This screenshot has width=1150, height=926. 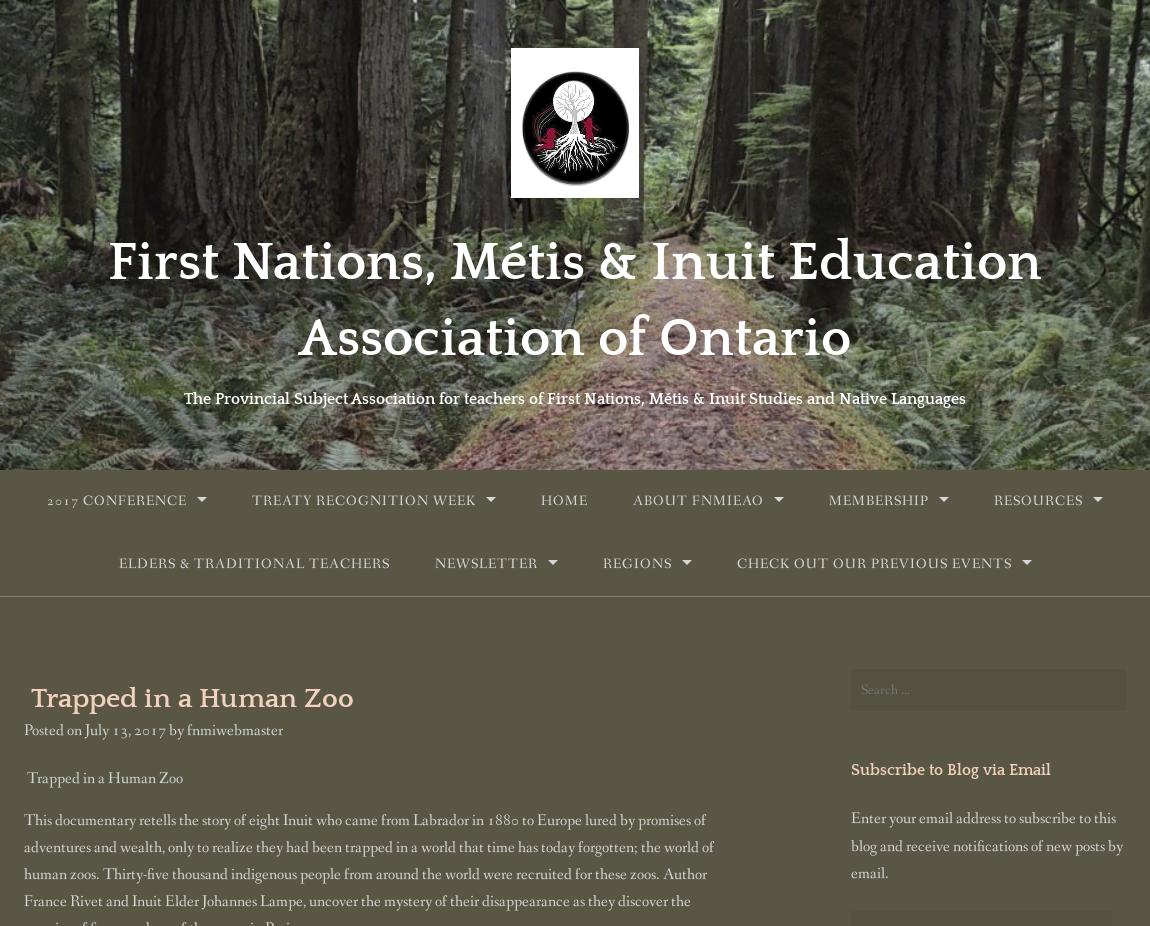 I want to click on 'Posted on', so click(x=53, y=729).